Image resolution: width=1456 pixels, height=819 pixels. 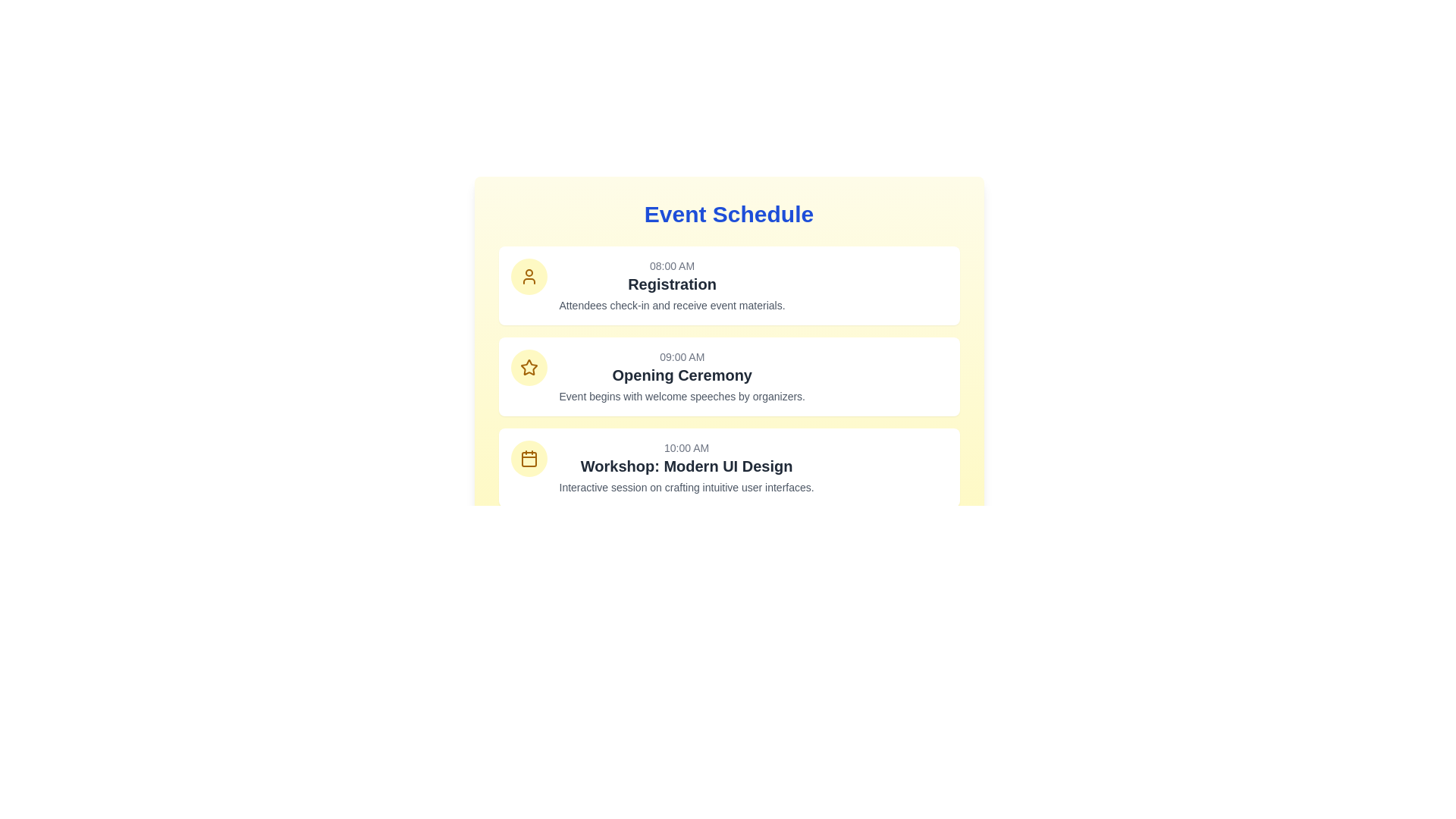 I want to click on the star-shaped icon outlined in brown, which is located within a circular yellow background, adjacent to the 'Registration' event at 8:00 AM, so click(x=529, y=368).